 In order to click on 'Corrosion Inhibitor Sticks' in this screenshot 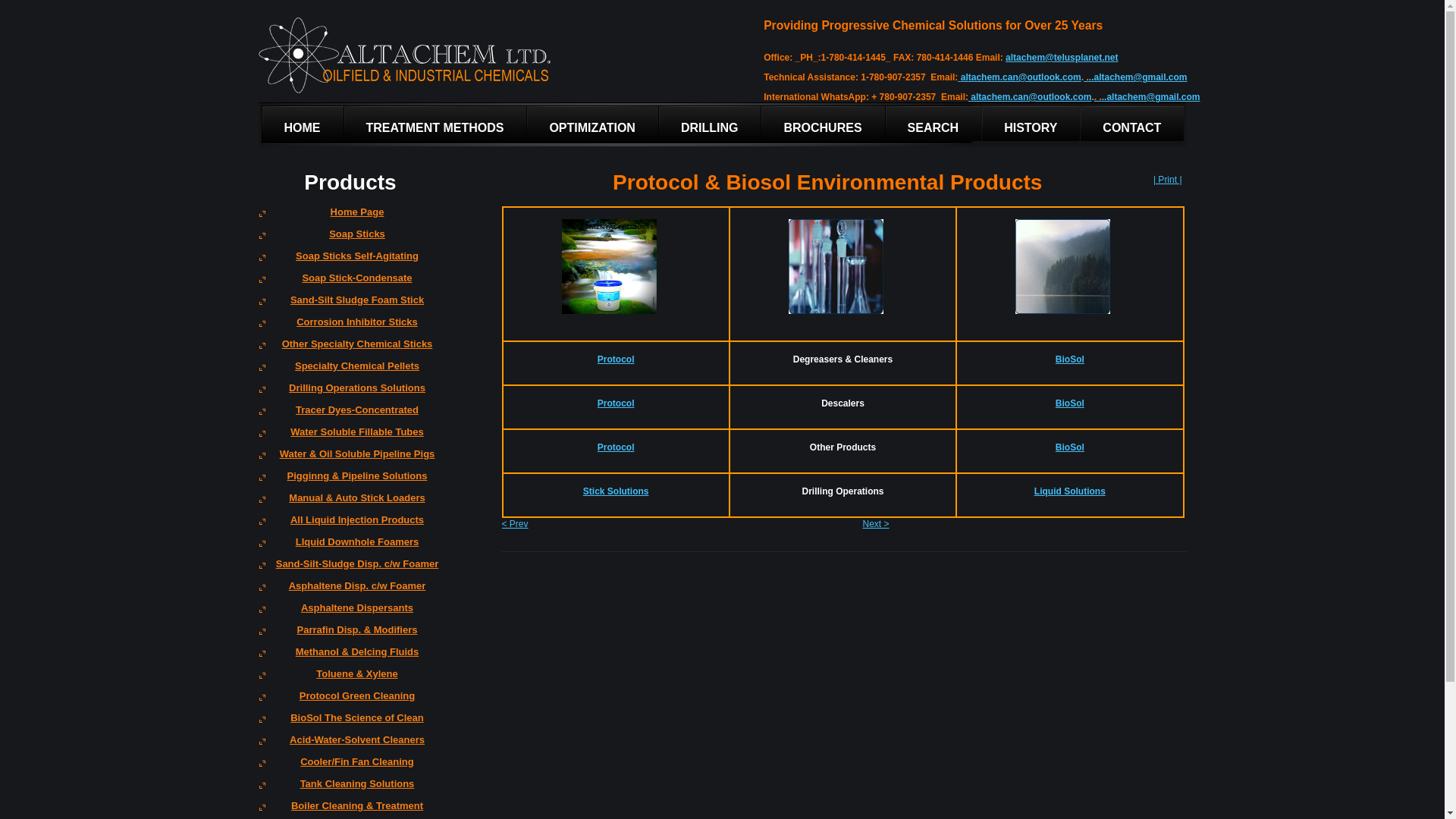, I will do `click(350, 326)`.